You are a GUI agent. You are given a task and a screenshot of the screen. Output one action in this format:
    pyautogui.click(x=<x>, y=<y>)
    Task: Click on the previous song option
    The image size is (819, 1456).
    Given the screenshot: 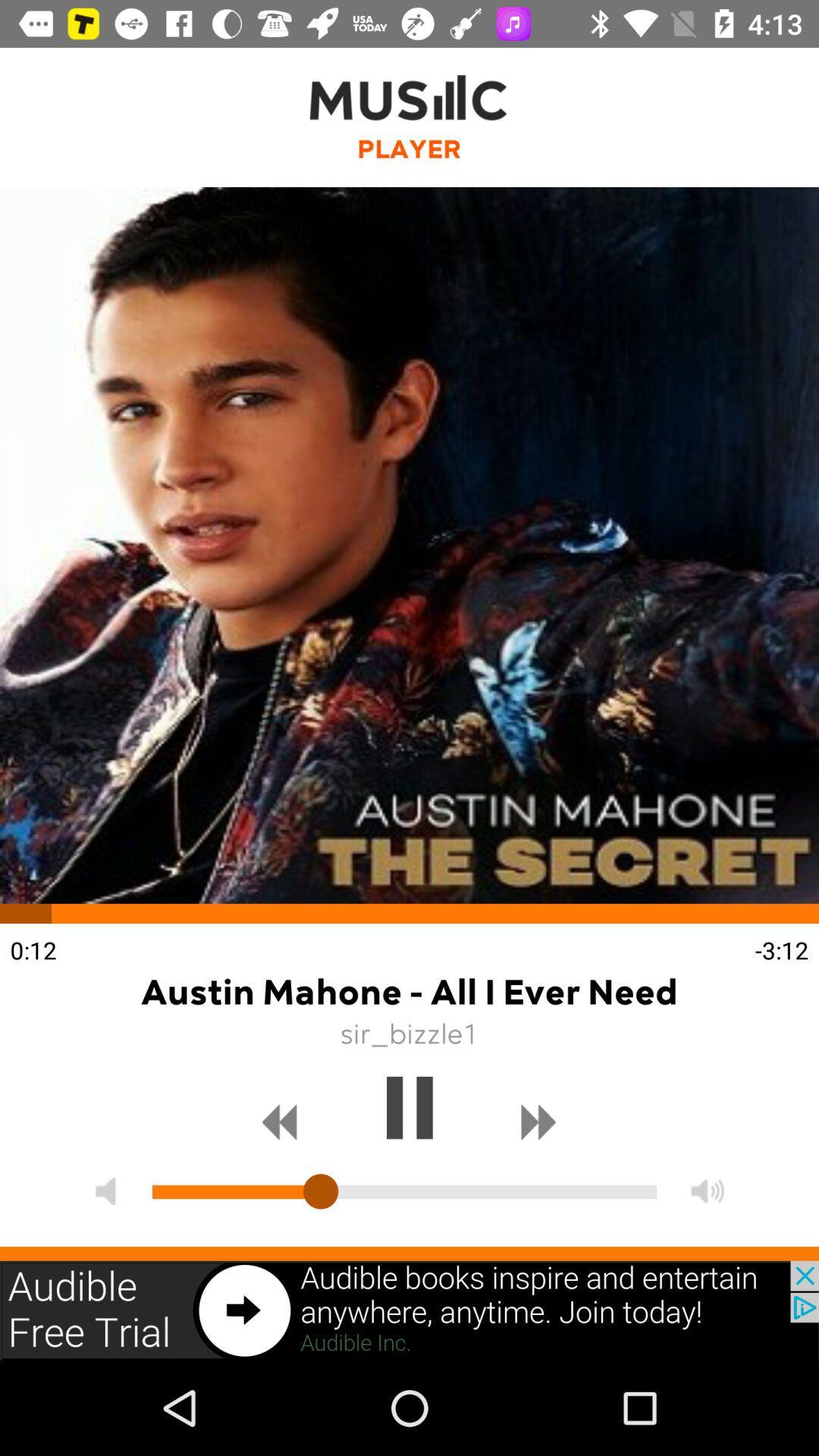 What is the action you would take?
    pyautogui.click(x=280, y=1122)
    